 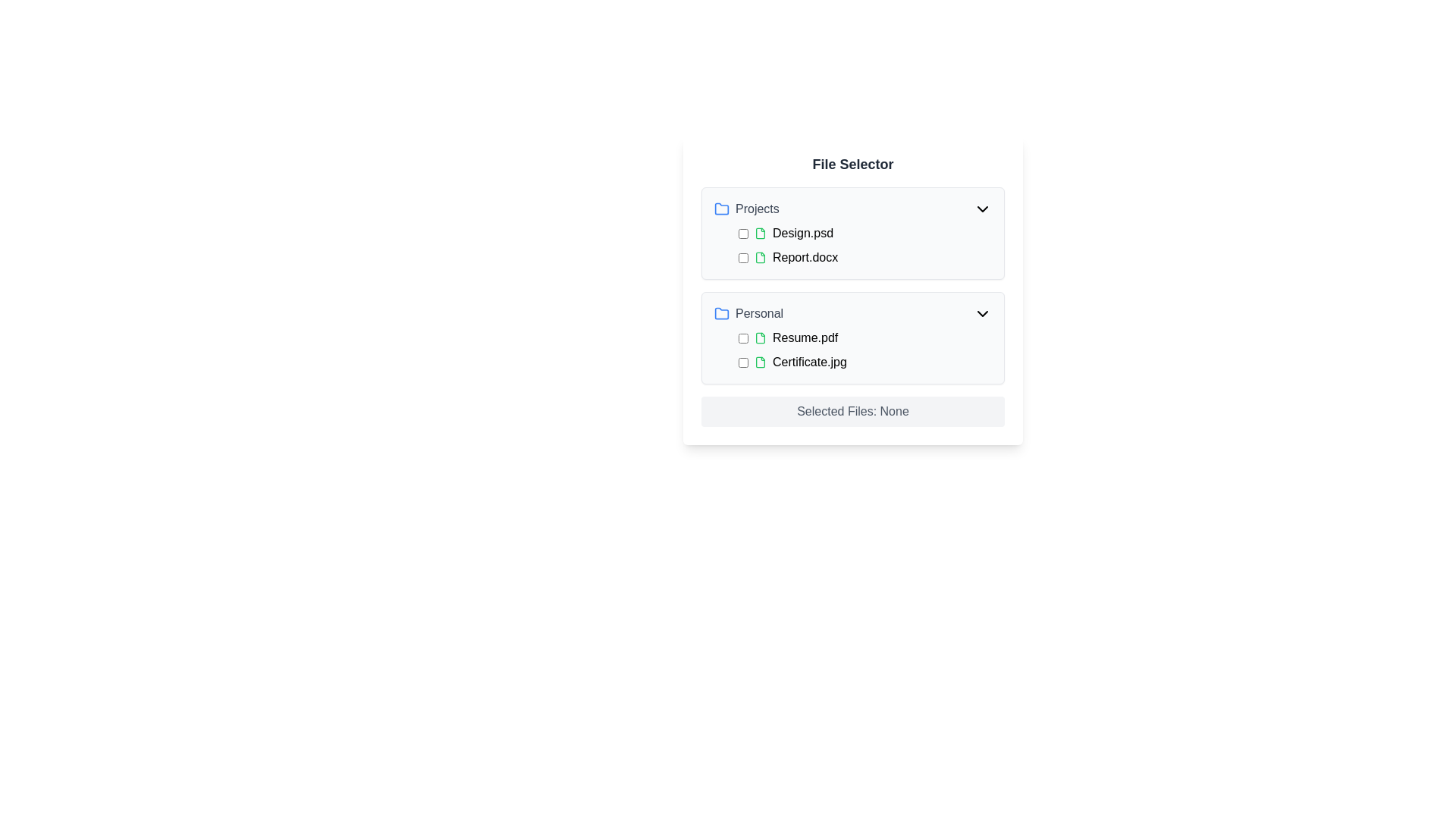 What do you see at coordinates (983, 209) in the screenshot?
I see `the downward pointing chevron icon in the top-right corner of the 'Projects' section` at bounding box center [983, 209].